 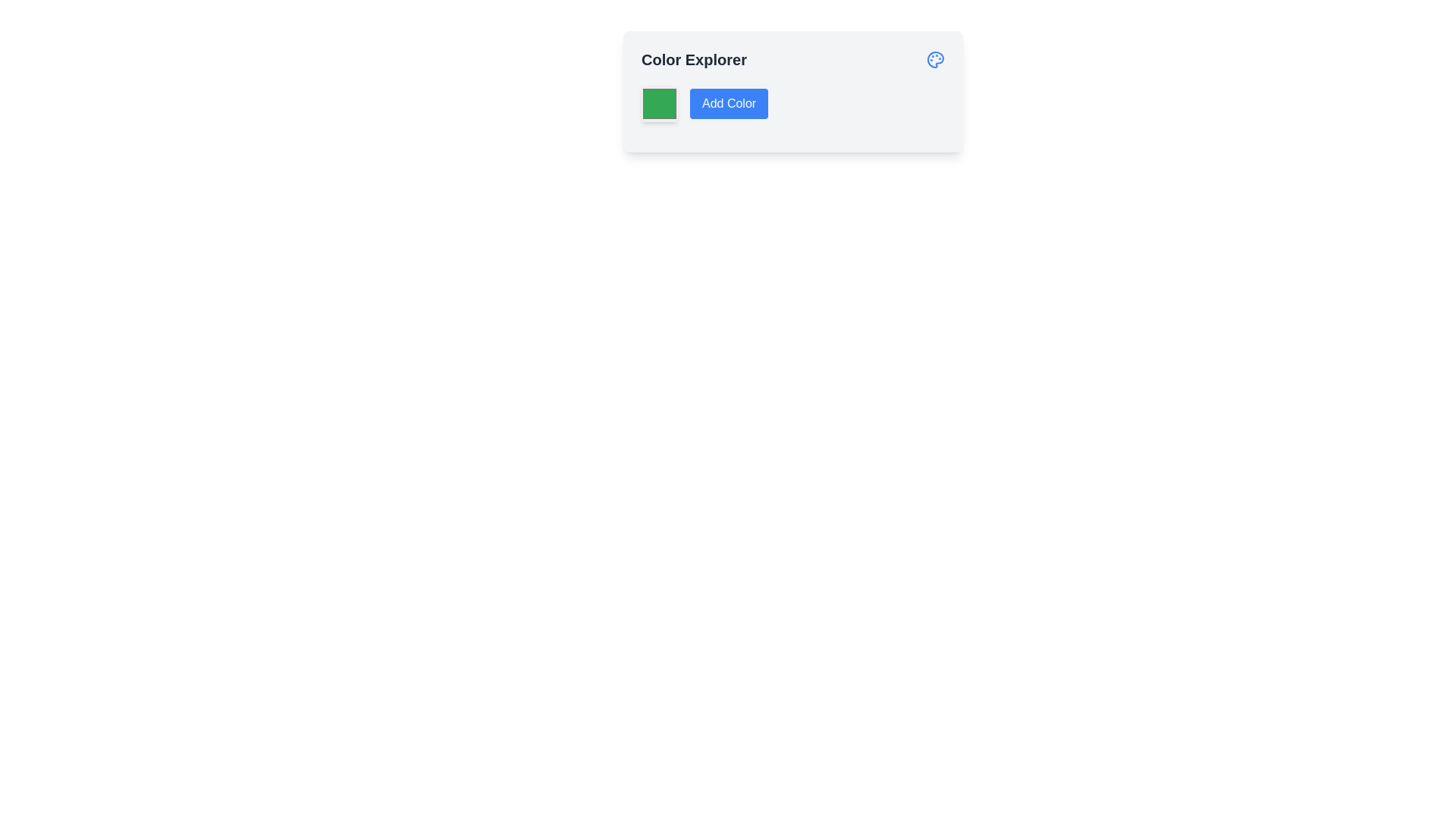 I want to click on the background shape of the color palette icon located in the top right corner of the 'Color Explorer' card, so click(x=934, y=58).